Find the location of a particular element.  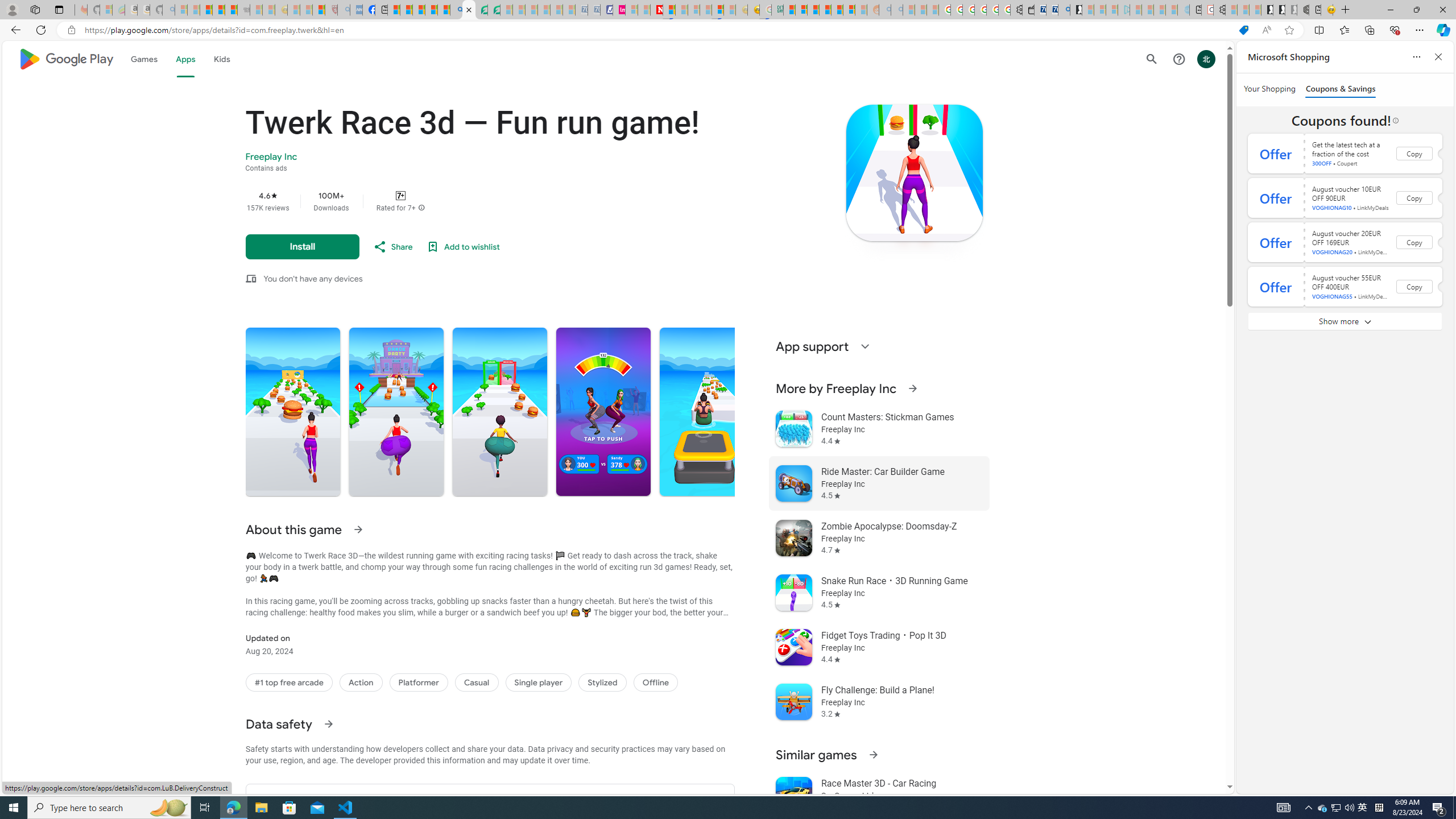

'New Tab' is located at coordinates (1345, 9).